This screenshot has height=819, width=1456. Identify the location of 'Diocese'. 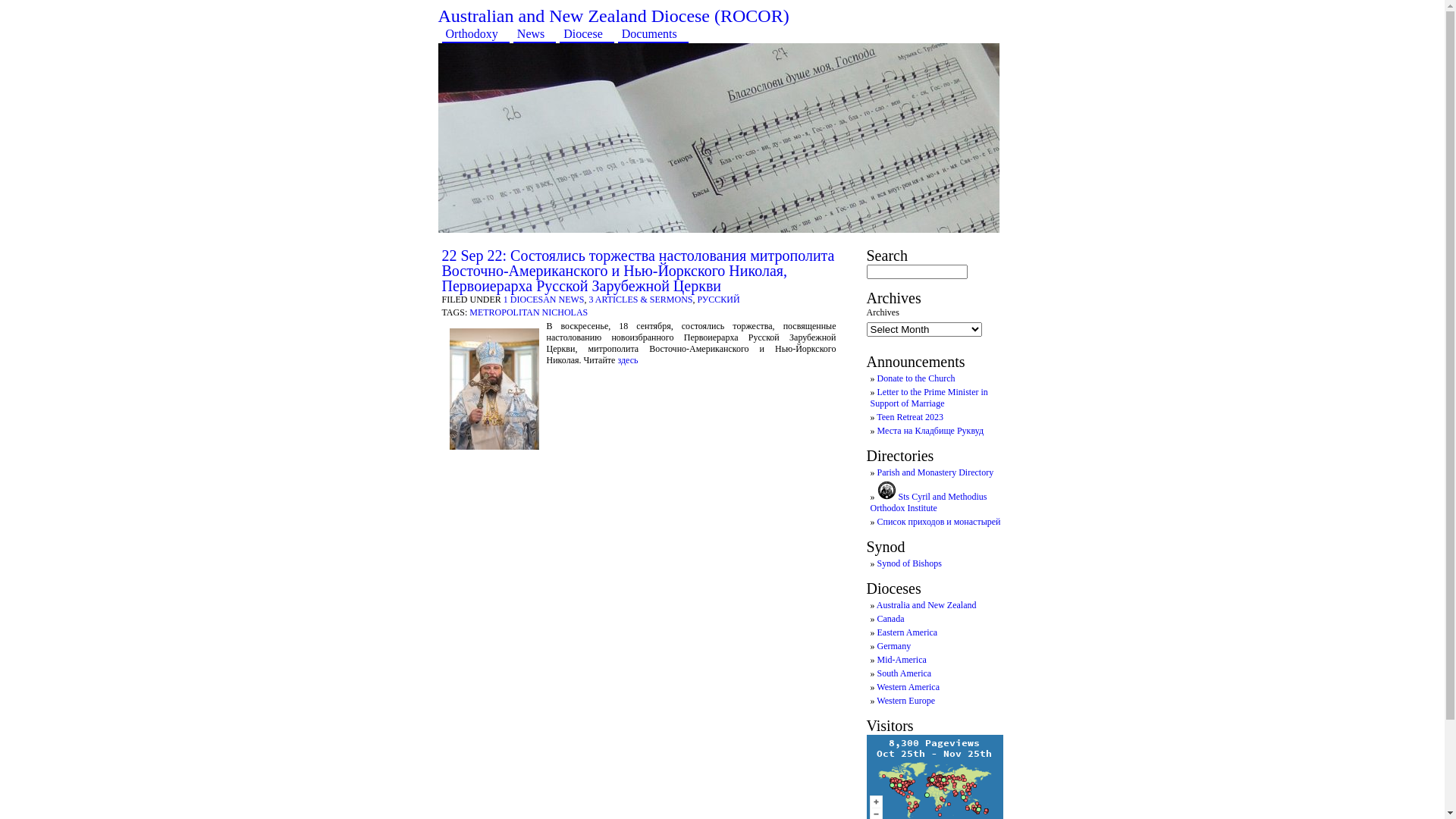
(585, 33).